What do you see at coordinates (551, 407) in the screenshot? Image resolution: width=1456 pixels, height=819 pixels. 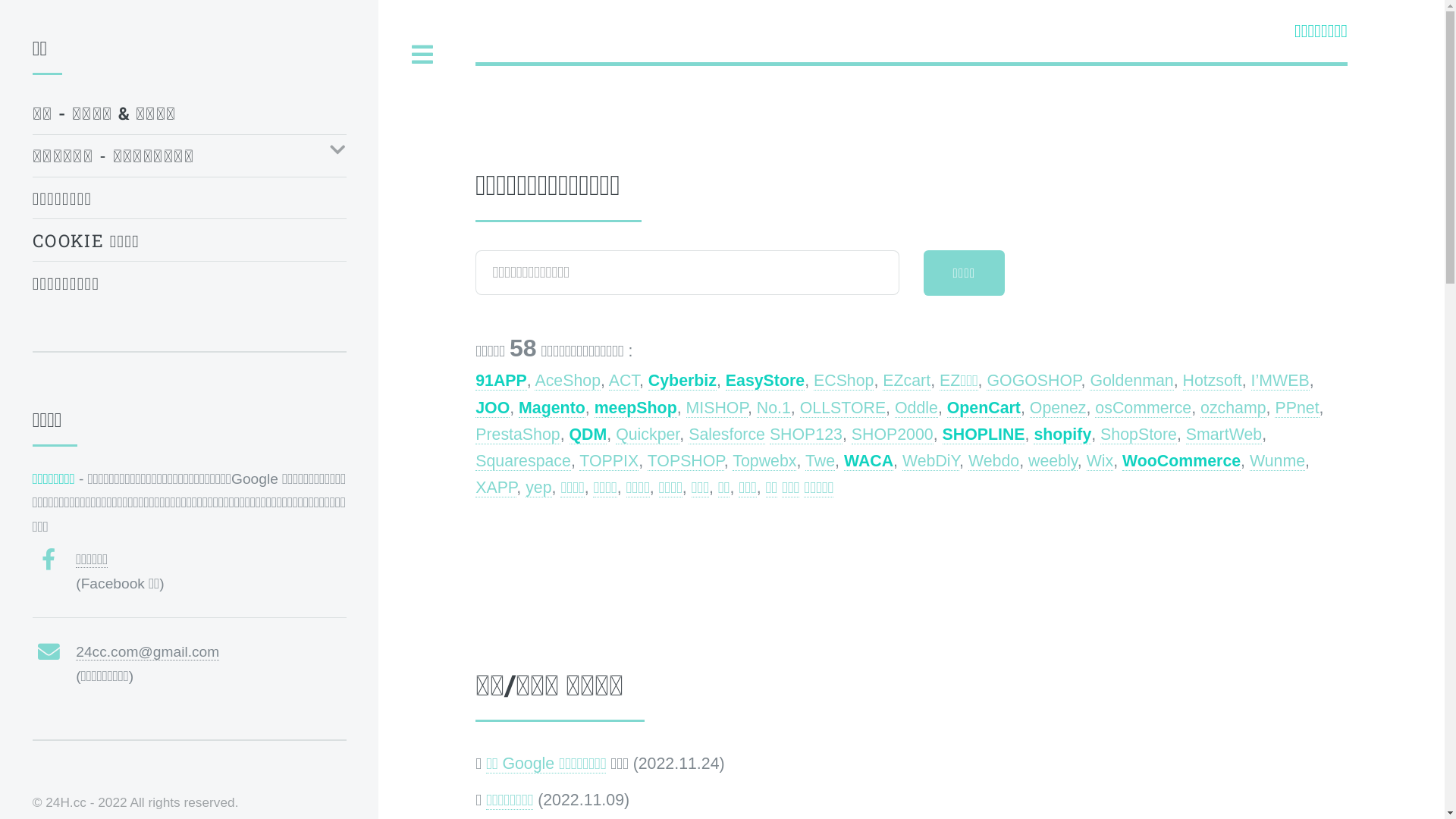 I see `'Magento'` at bounding box center [551, 407].